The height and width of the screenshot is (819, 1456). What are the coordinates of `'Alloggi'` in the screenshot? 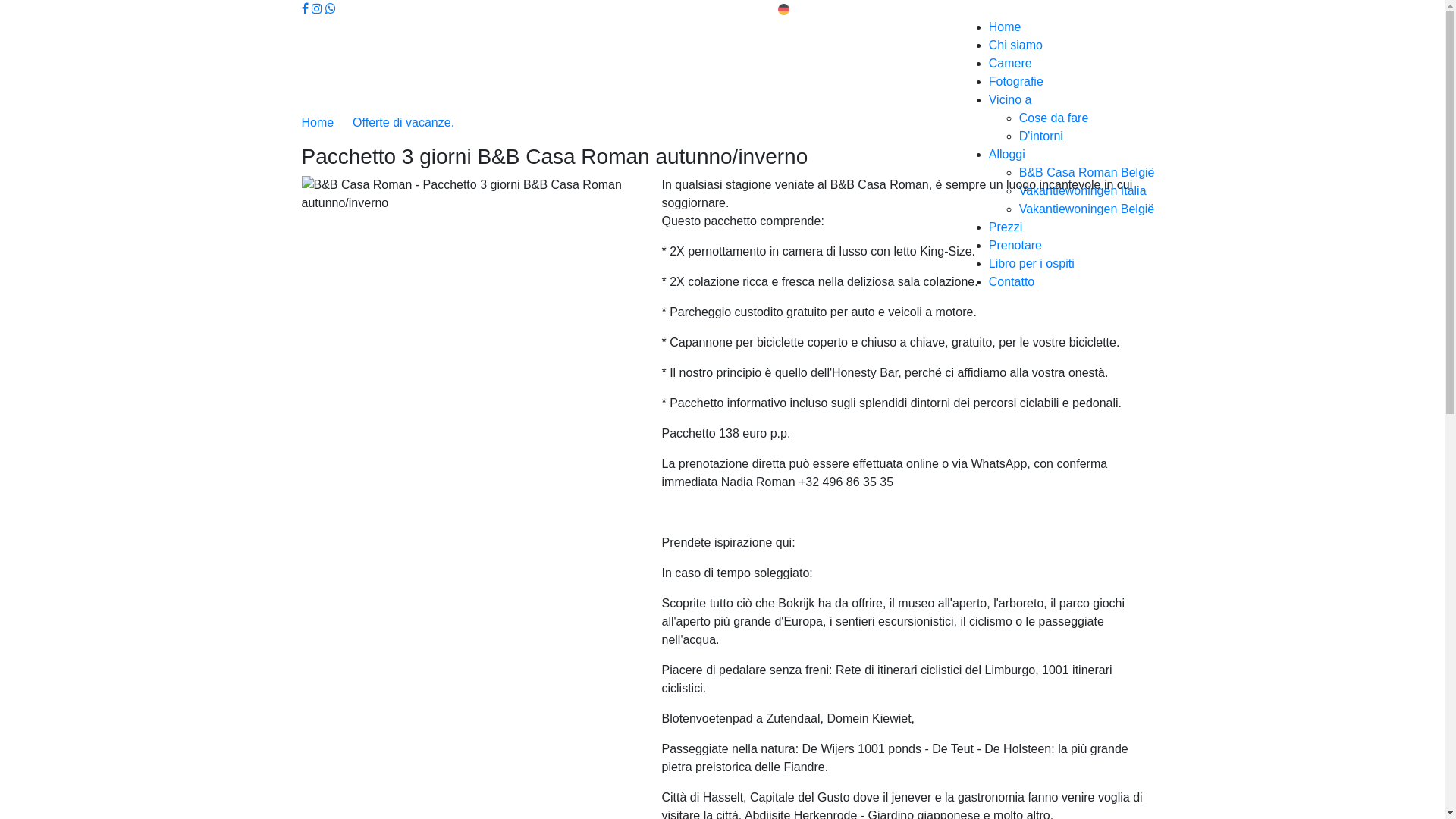 It's located at (1007, 154).